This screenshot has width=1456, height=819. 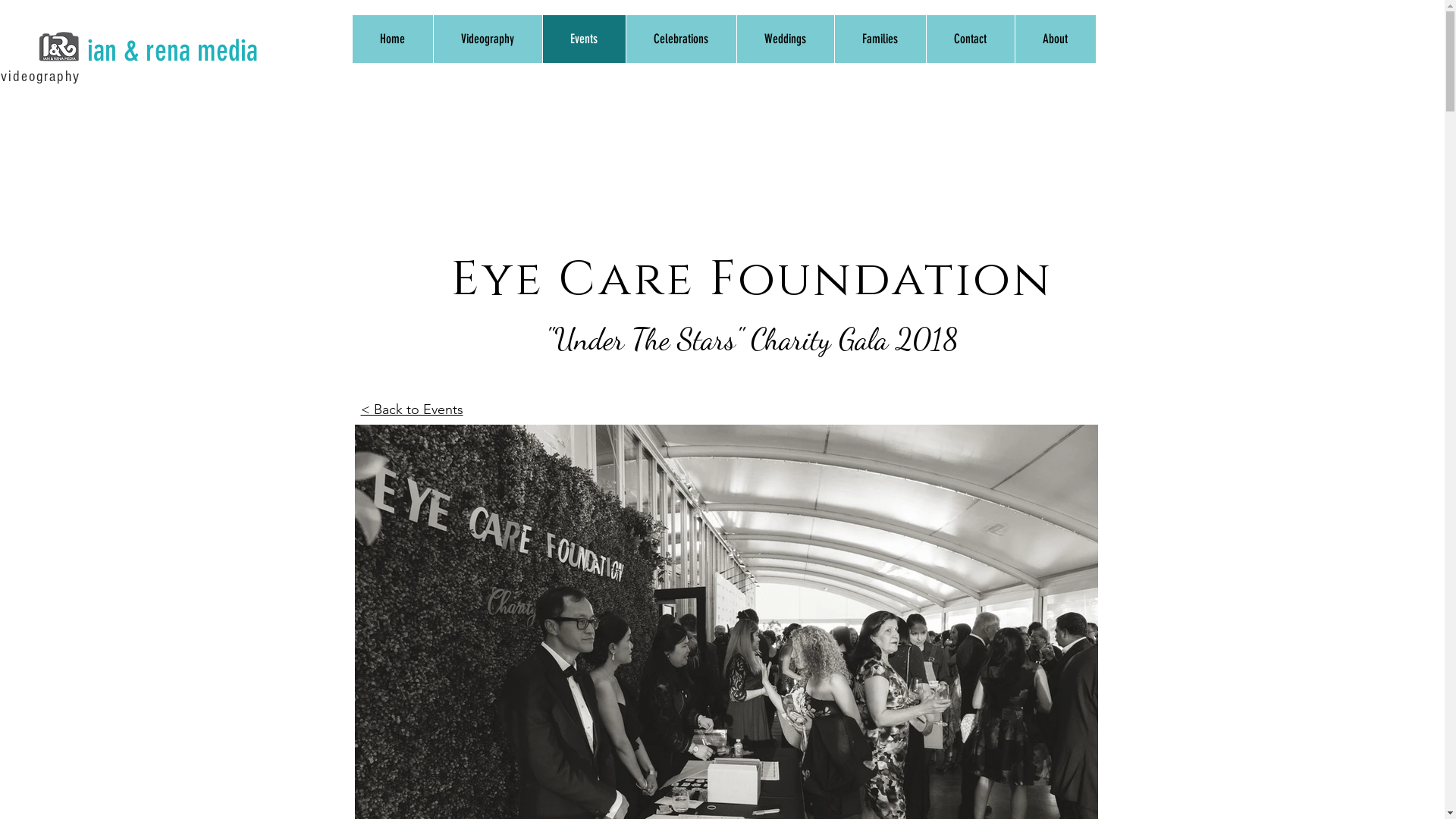 I want to click on '< Back to Events', so click(x=412, y=409).